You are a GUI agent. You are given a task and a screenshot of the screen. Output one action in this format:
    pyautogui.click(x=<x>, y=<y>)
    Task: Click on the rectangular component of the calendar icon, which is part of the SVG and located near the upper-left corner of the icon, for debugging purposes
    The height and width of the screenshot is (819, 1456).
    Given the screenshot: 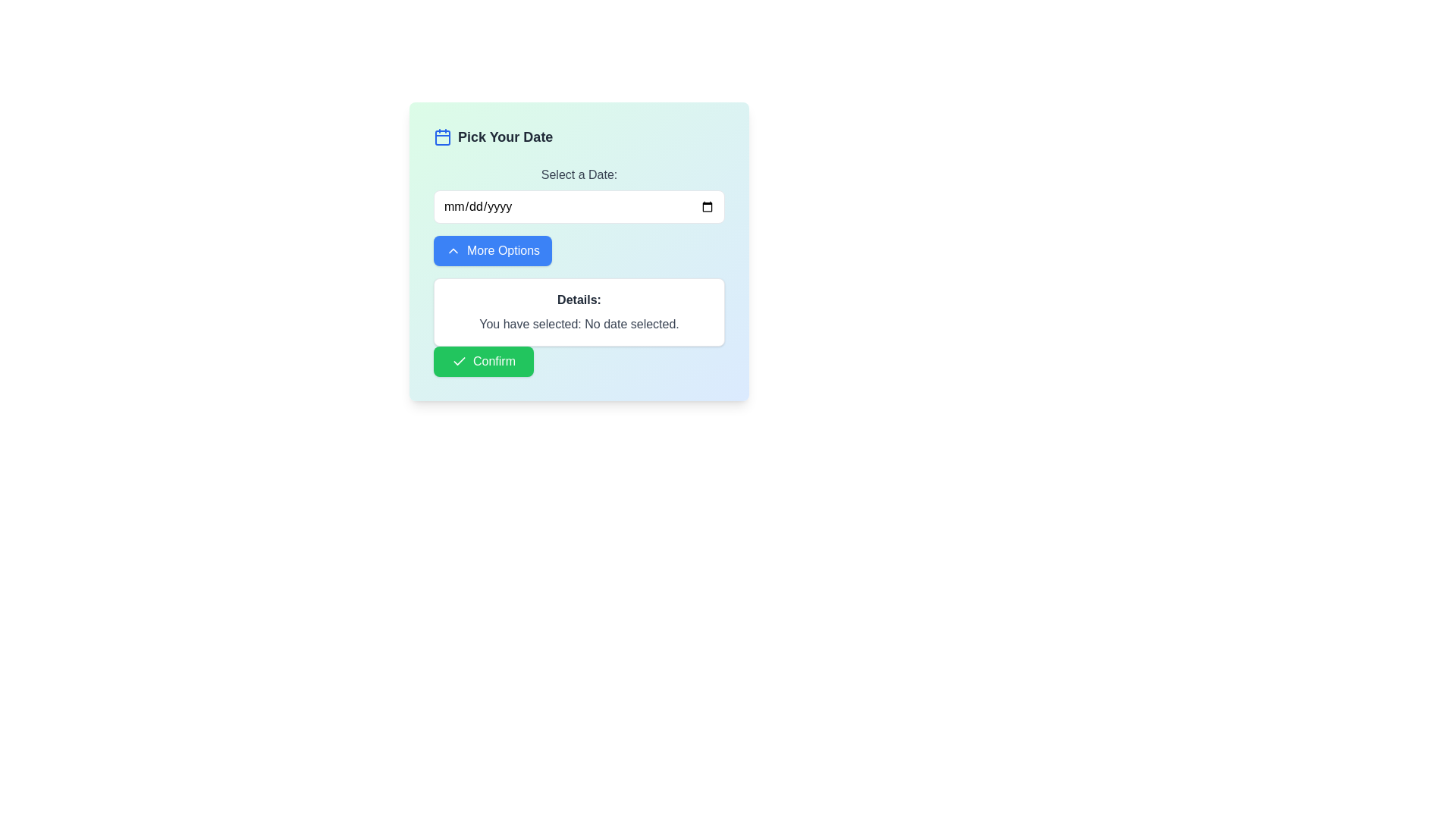 What is the action you would take?
    pyautogui.click(x=442, y=137)
    